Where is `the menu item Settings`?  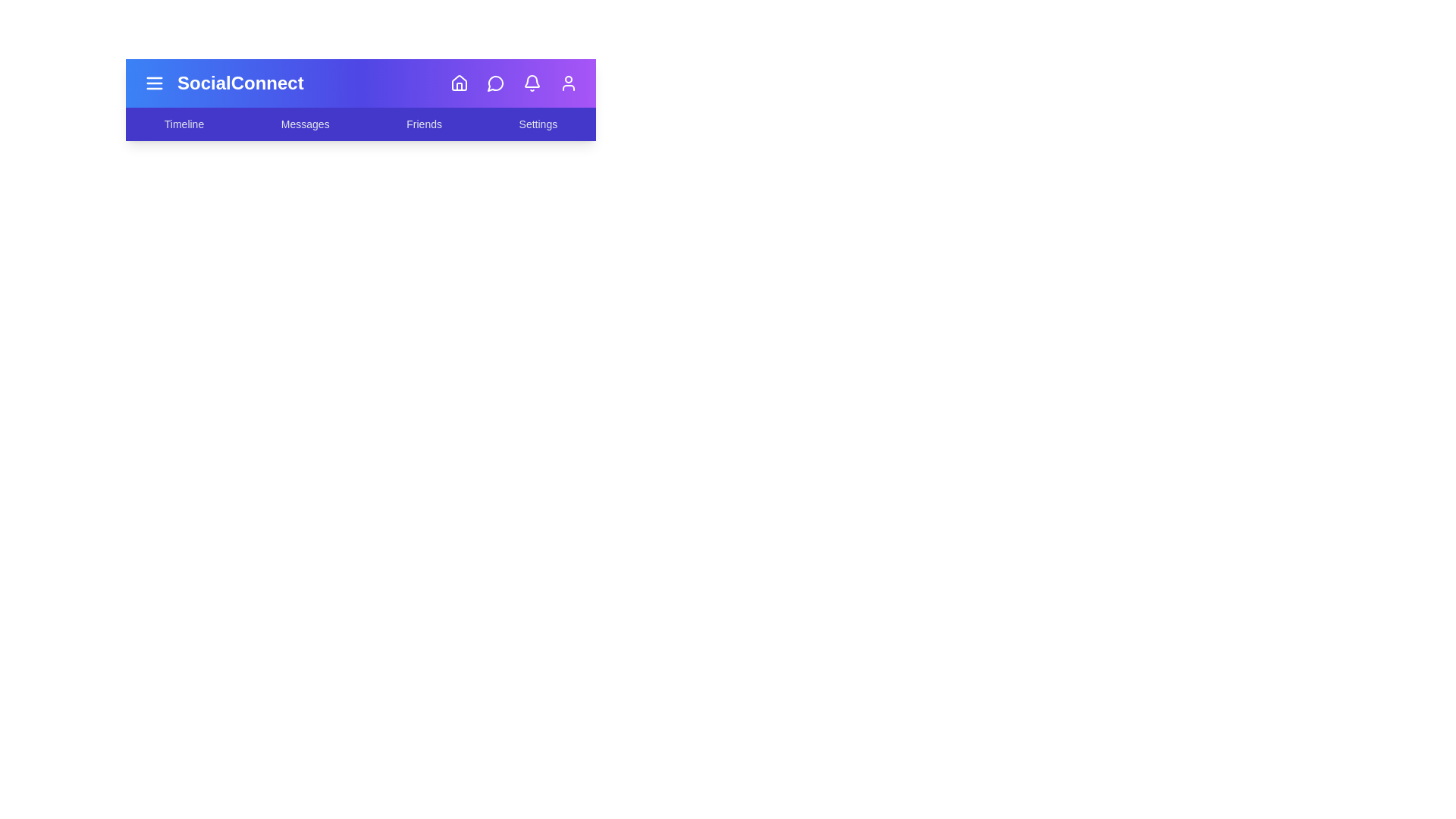 the menu item Settings is located at coordinates (538, 124).